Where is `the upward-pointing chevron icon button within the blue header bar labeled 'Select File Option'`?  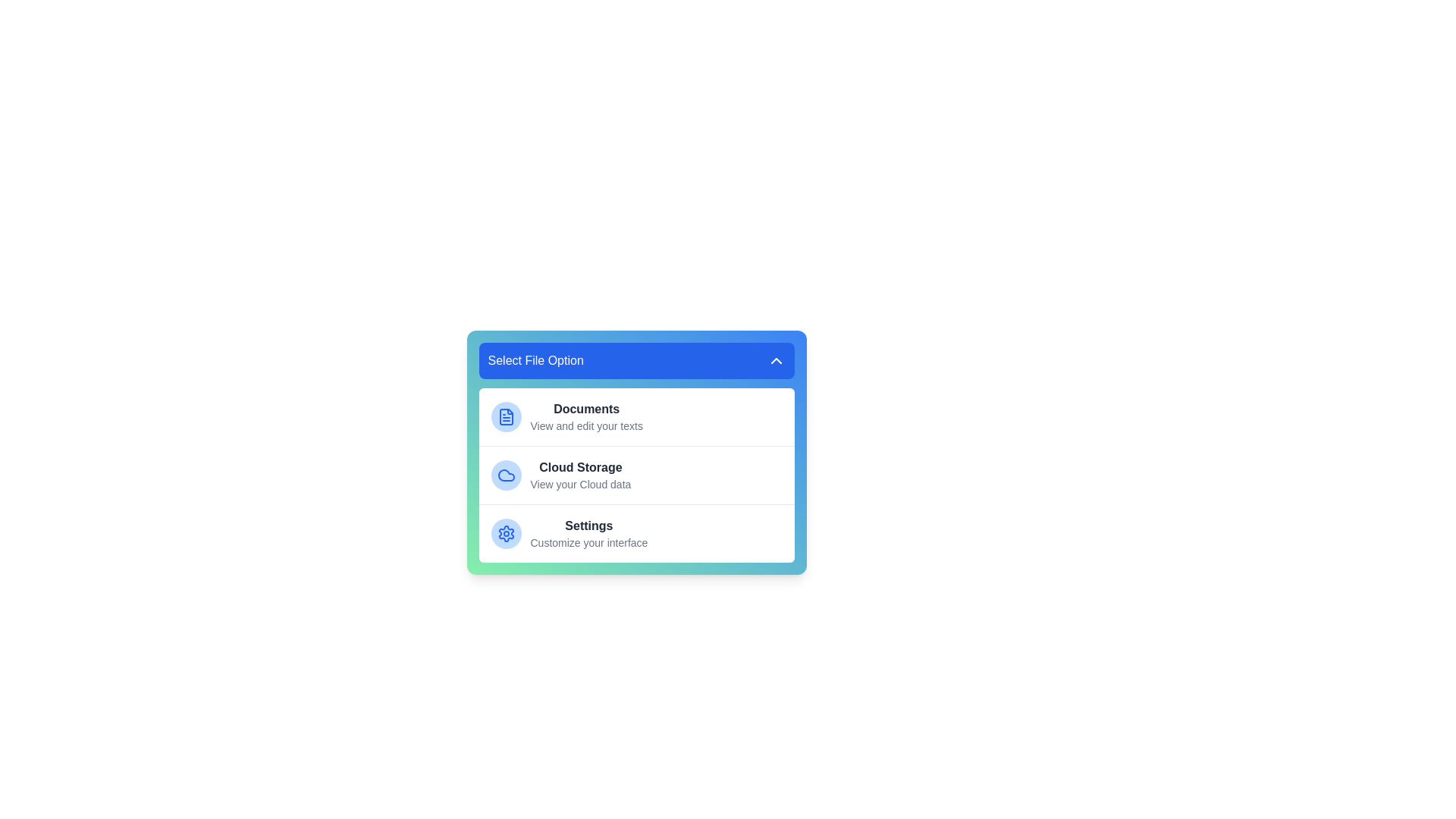 the upward-pointing chevron icon button within the blue header bar labeled 'Select File Option' is located at coordinates (776, 360).